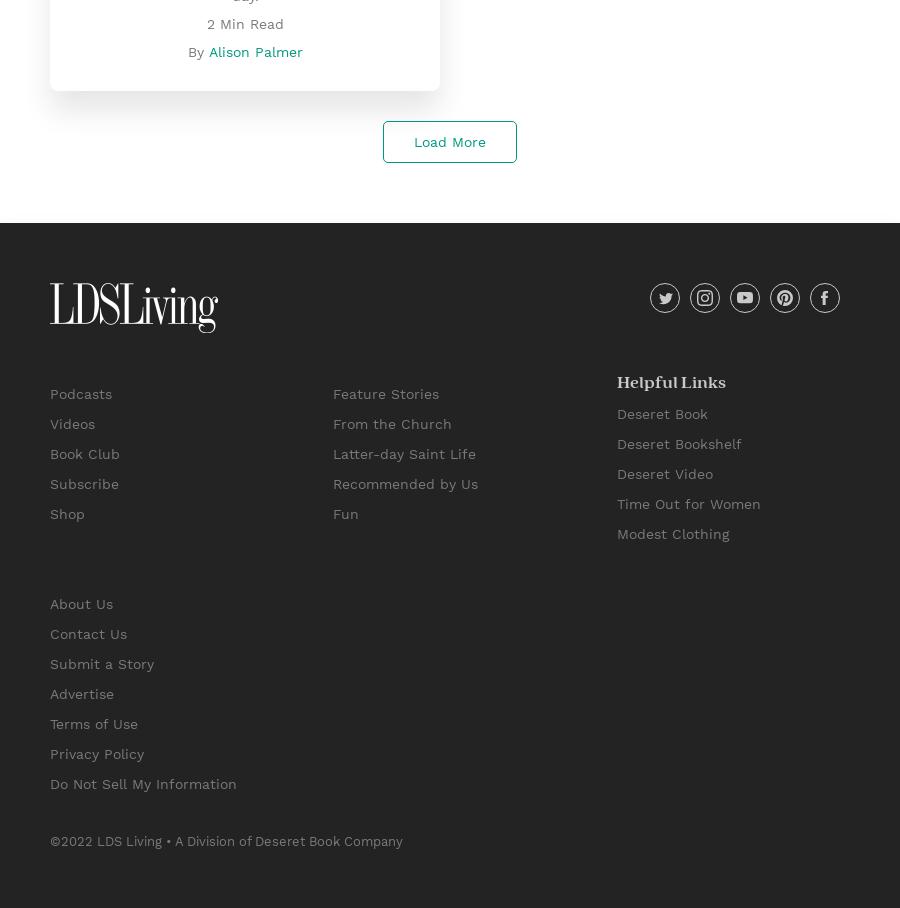 This screenshot has height=908, width=900. Describe the element at coordinates (677, 443) in the screenshot. I see `'Deseret Bookshelf'` at that location.